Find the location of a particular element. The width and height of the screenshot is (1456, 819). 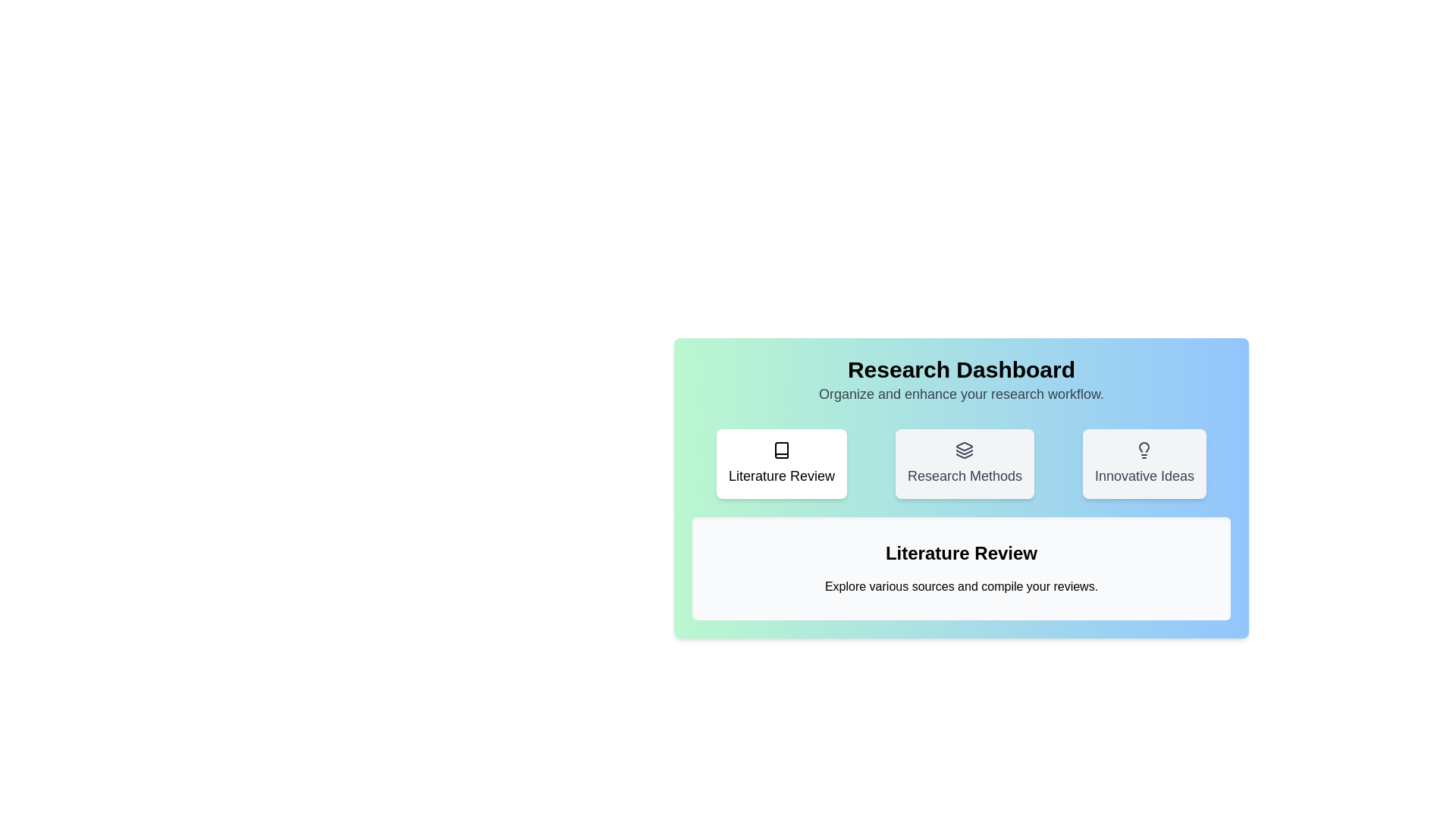

the 'Literature Review' button is located at coordinates (782, 463).